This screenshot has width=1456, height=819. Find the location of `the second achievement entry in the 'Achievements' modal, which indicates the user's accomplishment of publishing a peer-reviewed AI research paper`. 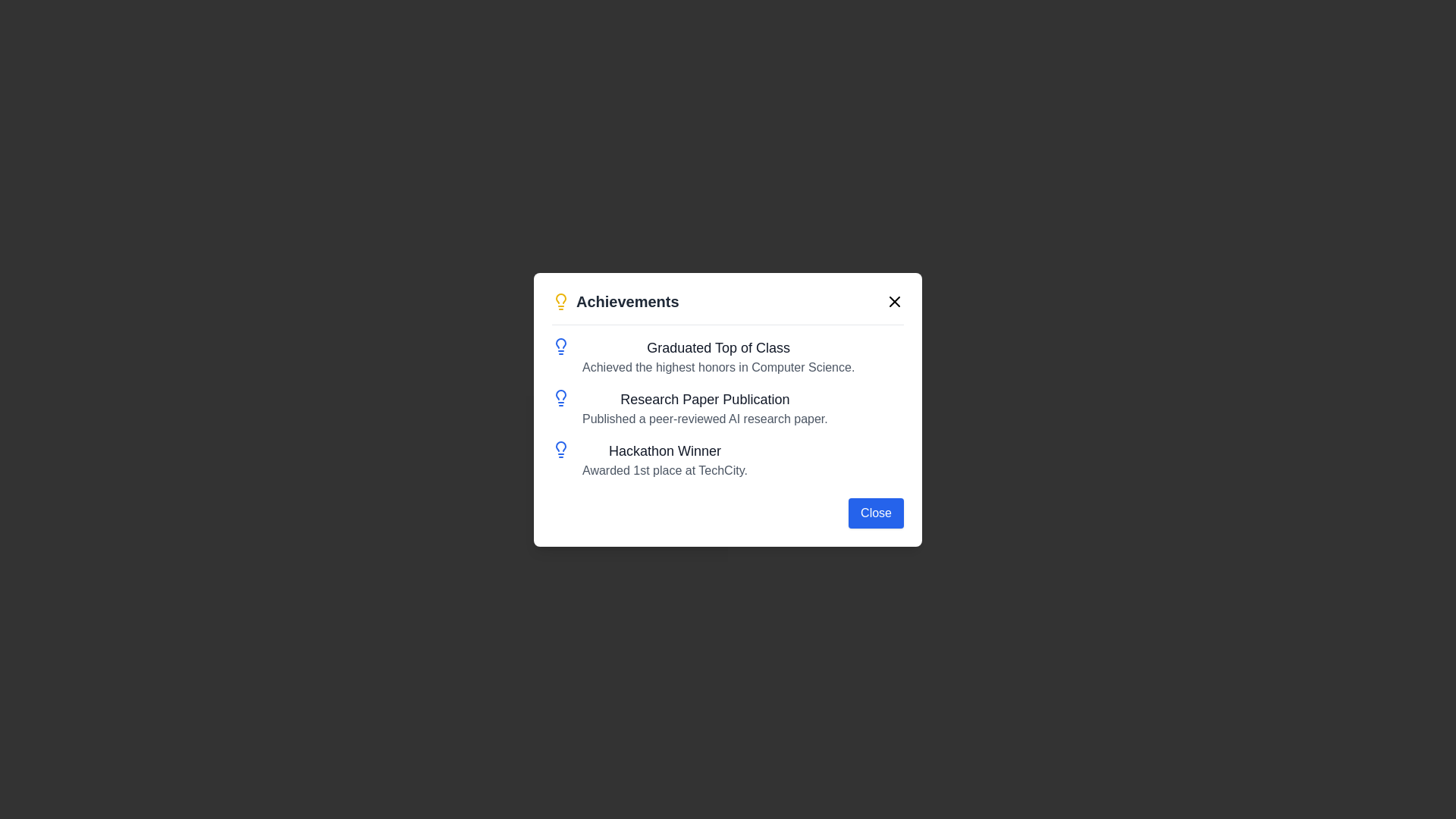

the second achievement entry in the 'Achievements' modal, which indicates the user's accomplishment of publishing a peer-reviewed AI research paper is located at coordinates (728, 406).